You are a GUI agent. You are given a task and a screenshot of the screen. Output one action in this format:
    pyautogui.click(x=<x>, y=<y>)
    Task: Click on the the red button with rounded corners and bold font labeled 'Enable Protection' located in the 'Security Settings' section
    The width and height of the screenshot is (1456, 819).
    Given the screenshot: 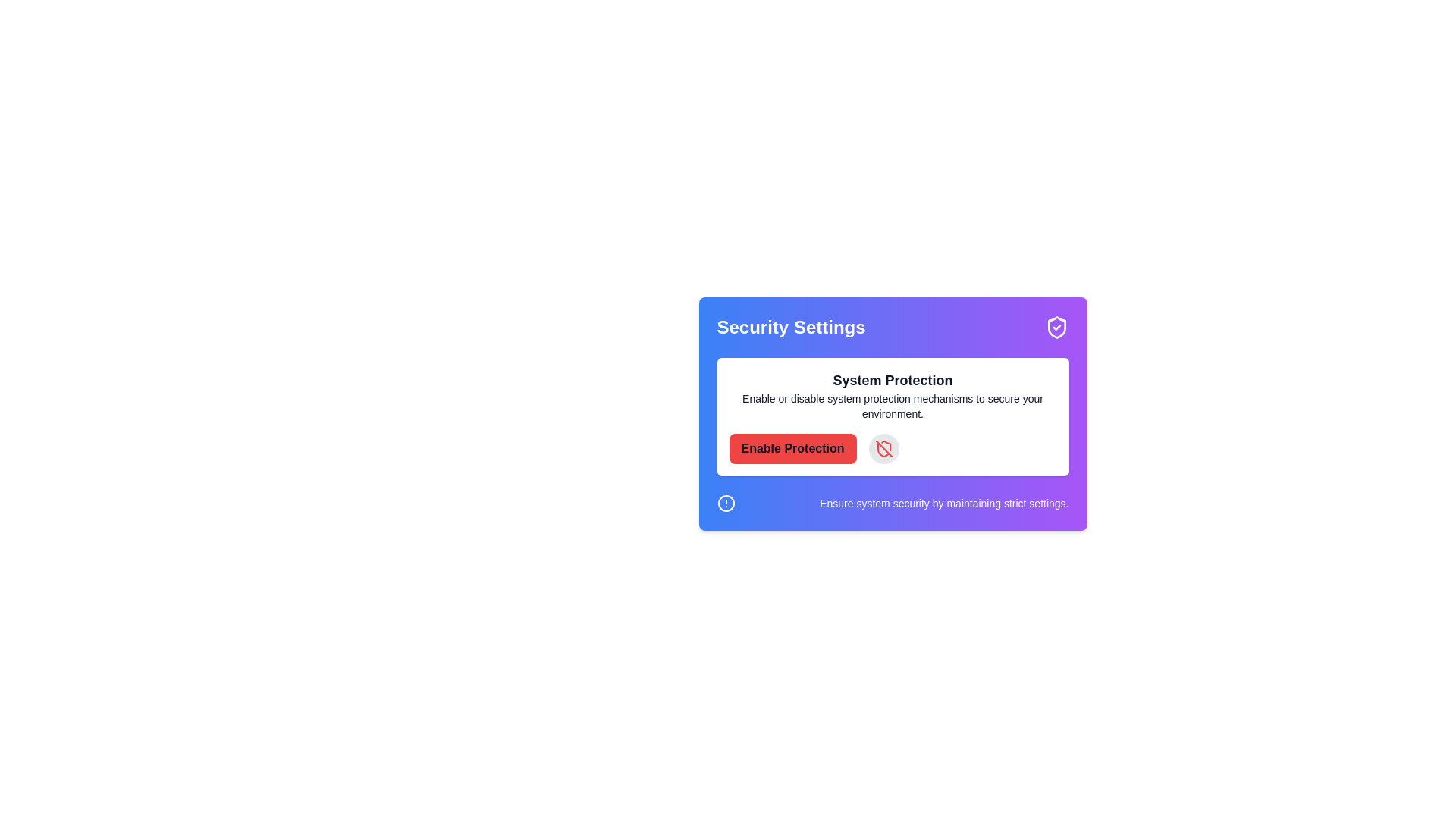 What is the action you would take?
    pyautogui.click(x=792, y=447)
    